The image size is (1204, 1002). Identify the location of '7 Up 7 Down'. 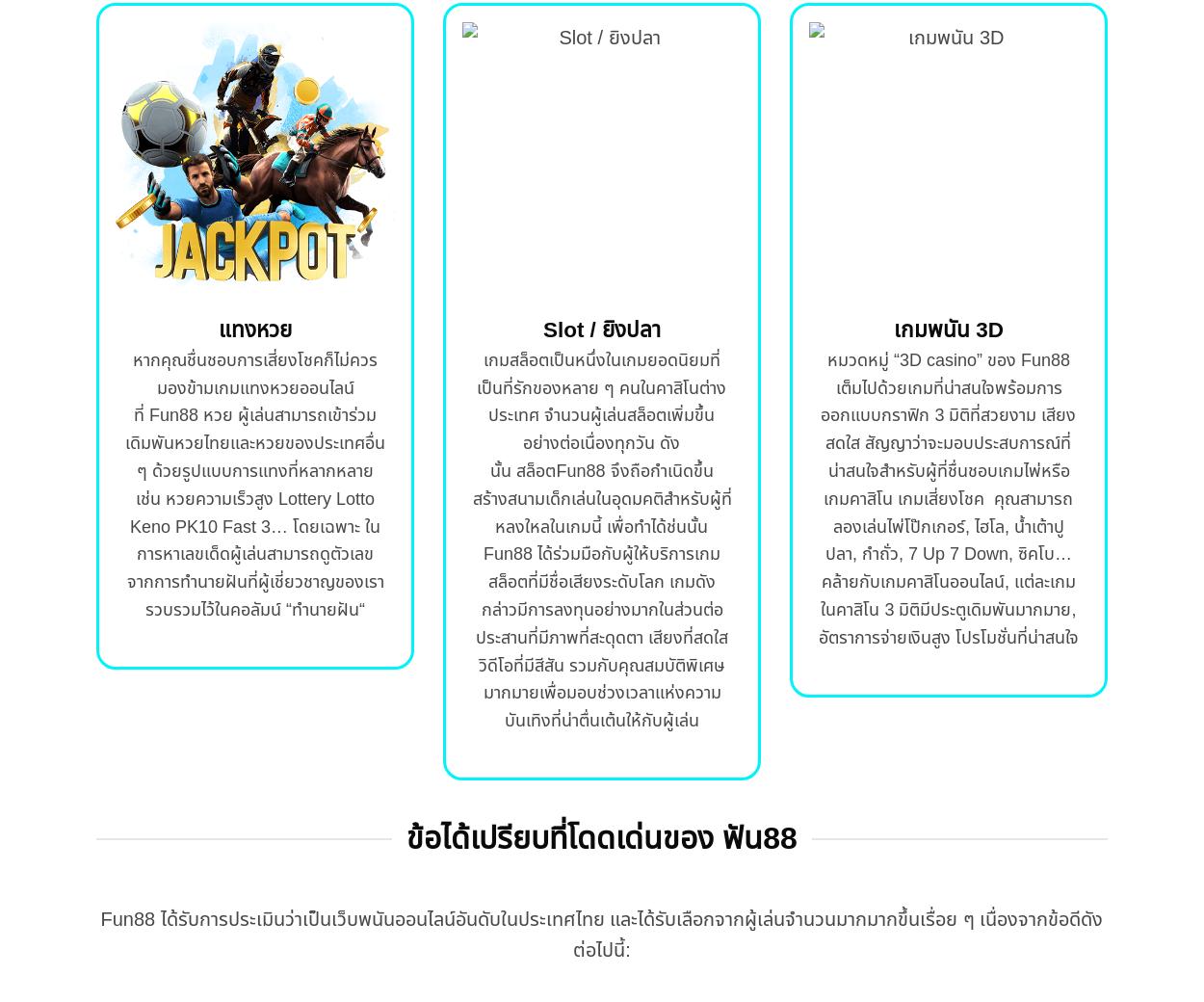
(956, 553).